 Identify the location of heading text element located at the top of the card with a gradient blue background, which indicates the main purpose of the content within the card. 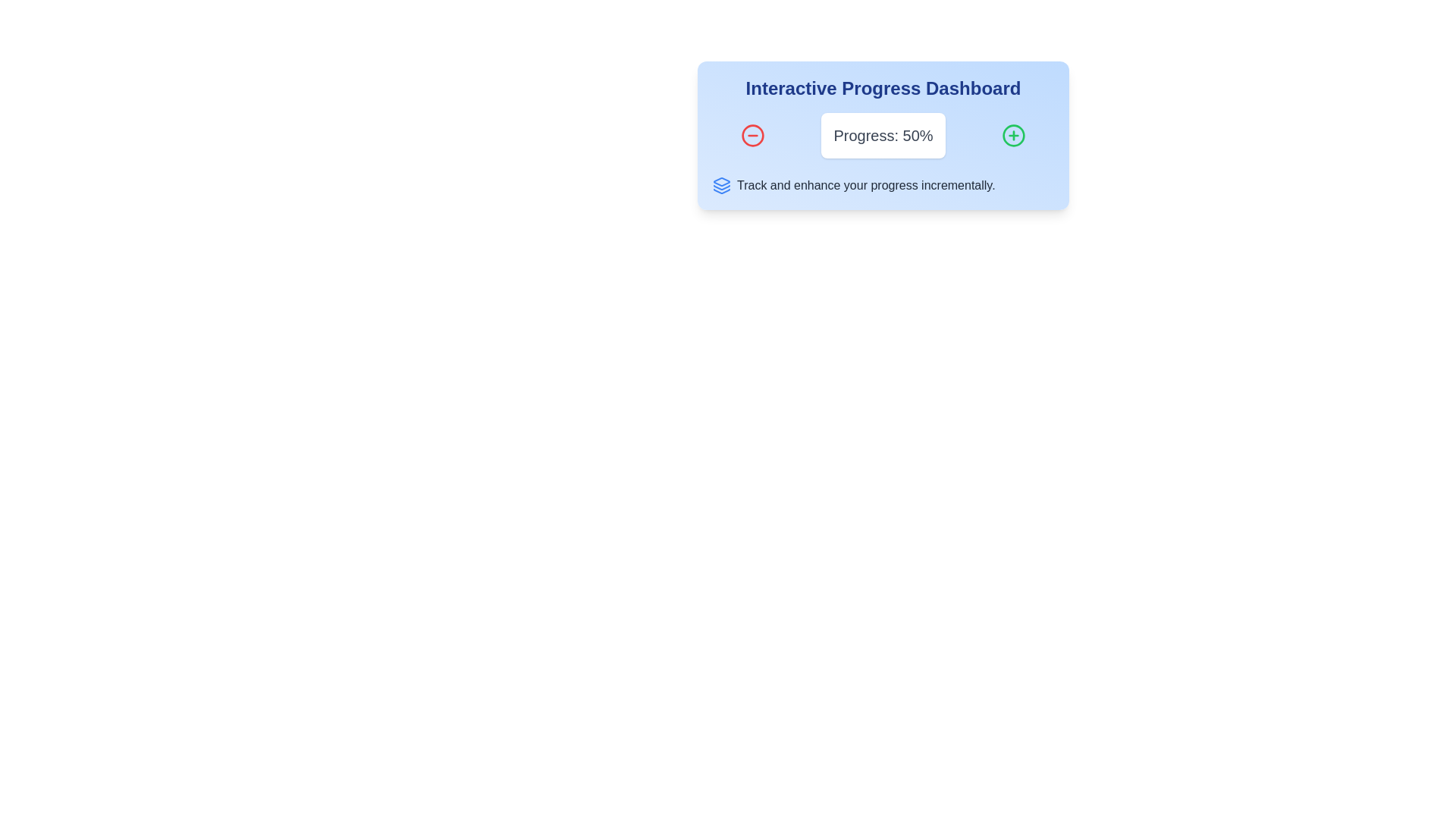
(883, 88).